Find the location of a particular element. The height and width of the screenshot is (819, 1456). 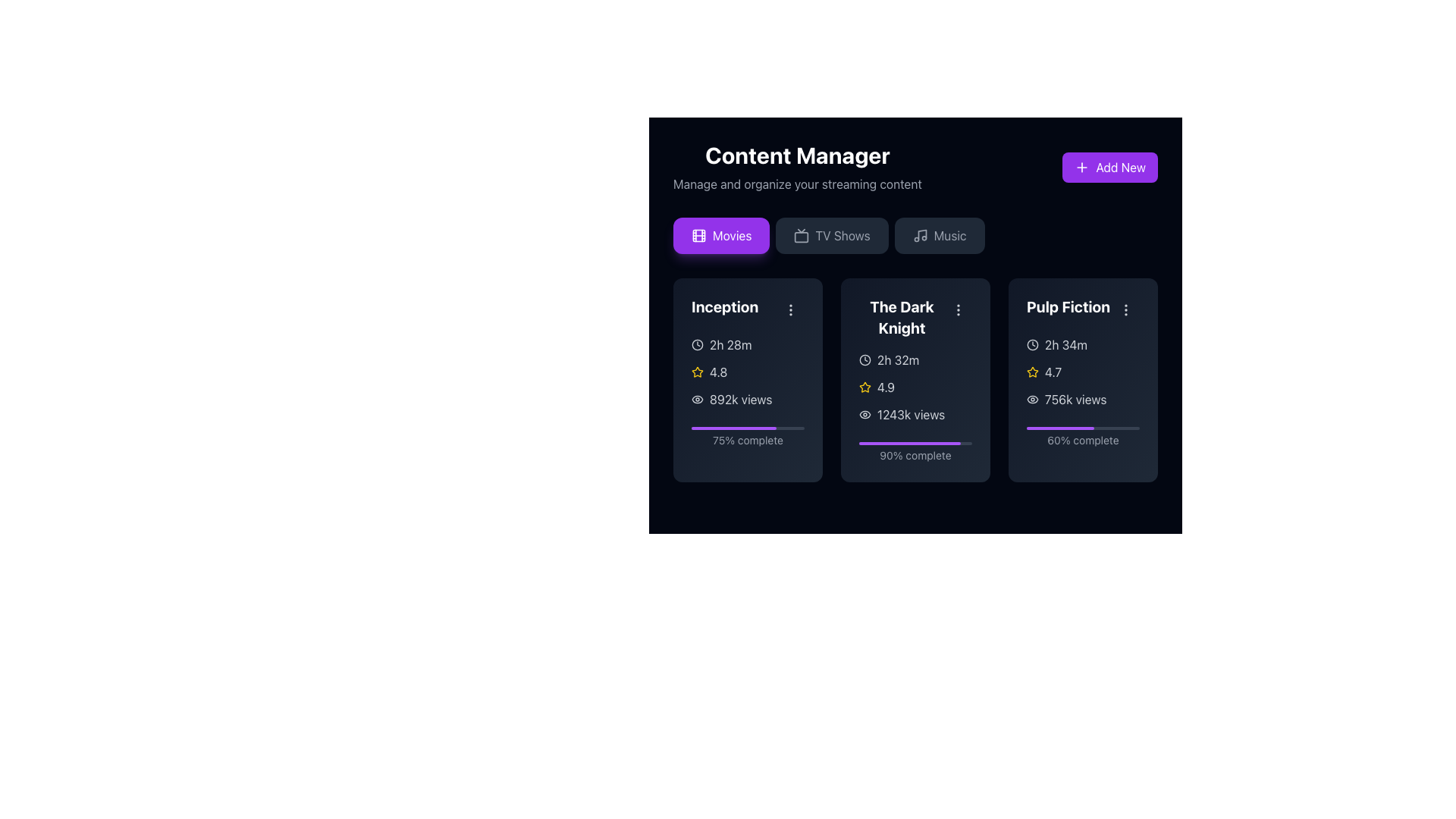

the view count text label for the movie 'Pulp Fiction', which is located in the third column of the grid structure in the 'Movies' section, directly below the star rating and an eye icon is located at coordinates (1075, 399).